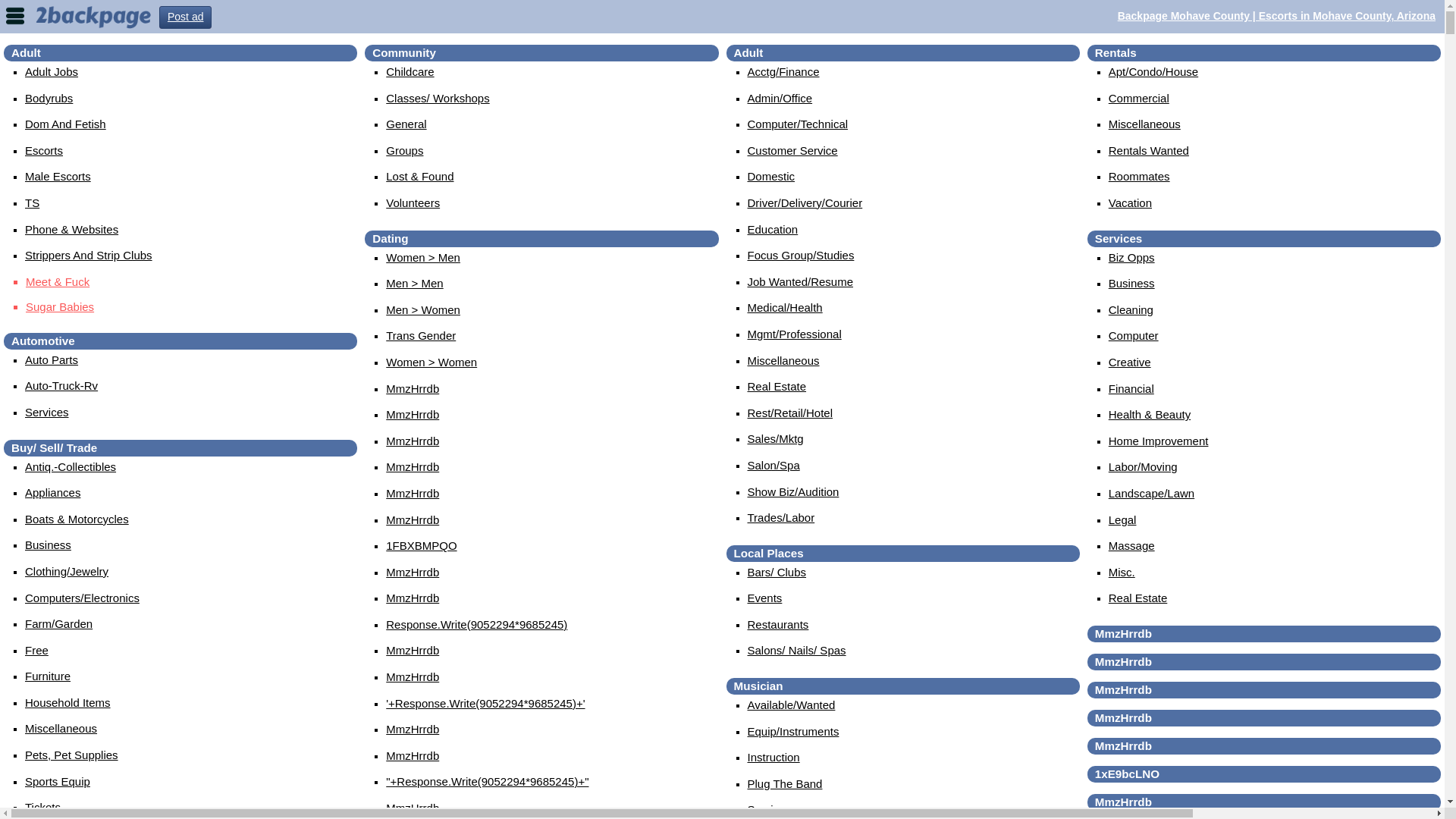 The width and height of the screenshot is (1456, 819). I want to click on 'Apt/Condo/House', so click(1153, 71).